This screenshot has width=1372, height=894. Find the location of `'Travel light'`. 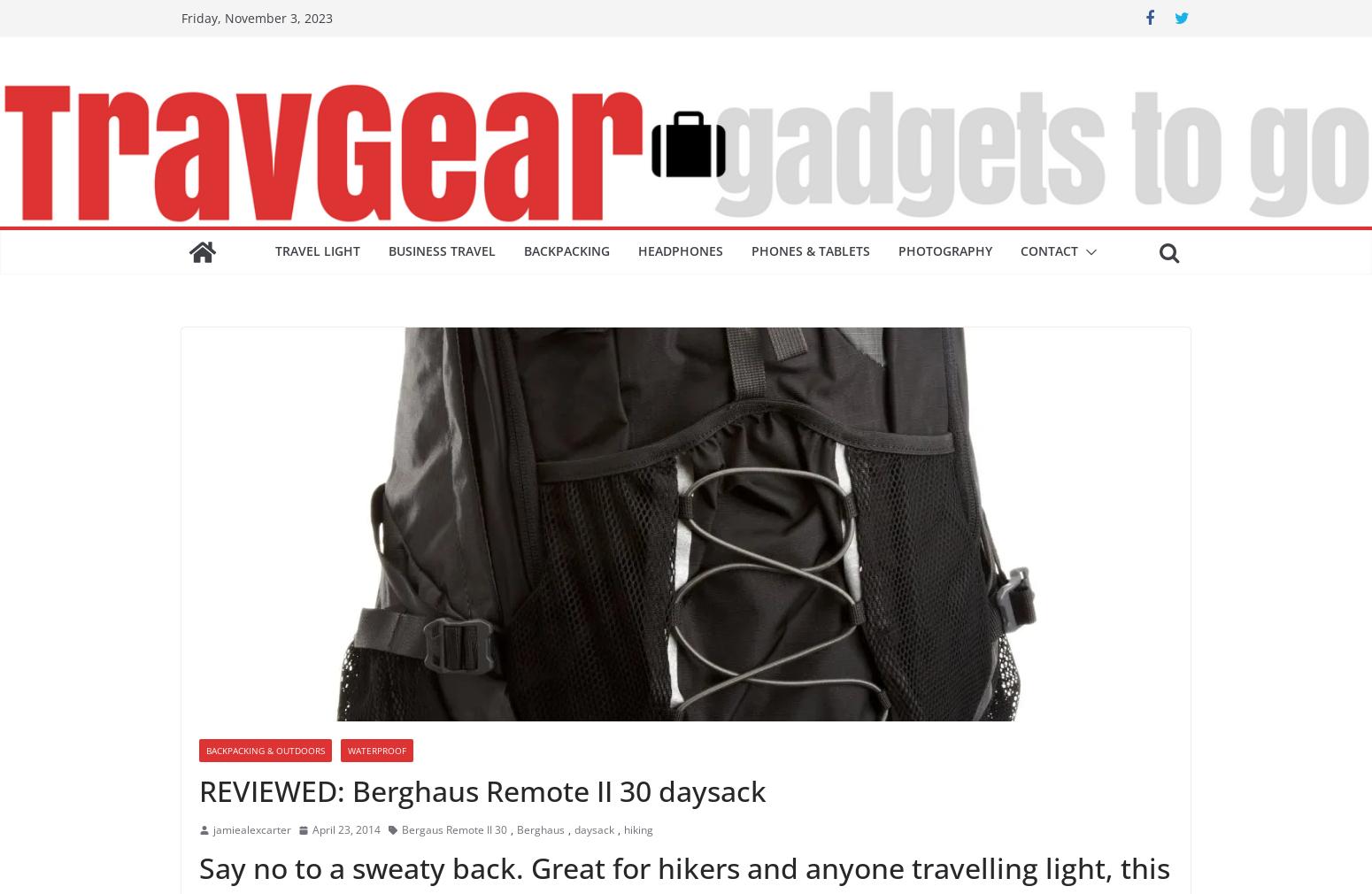

'Travel light' is located at coordinates (316, 250).